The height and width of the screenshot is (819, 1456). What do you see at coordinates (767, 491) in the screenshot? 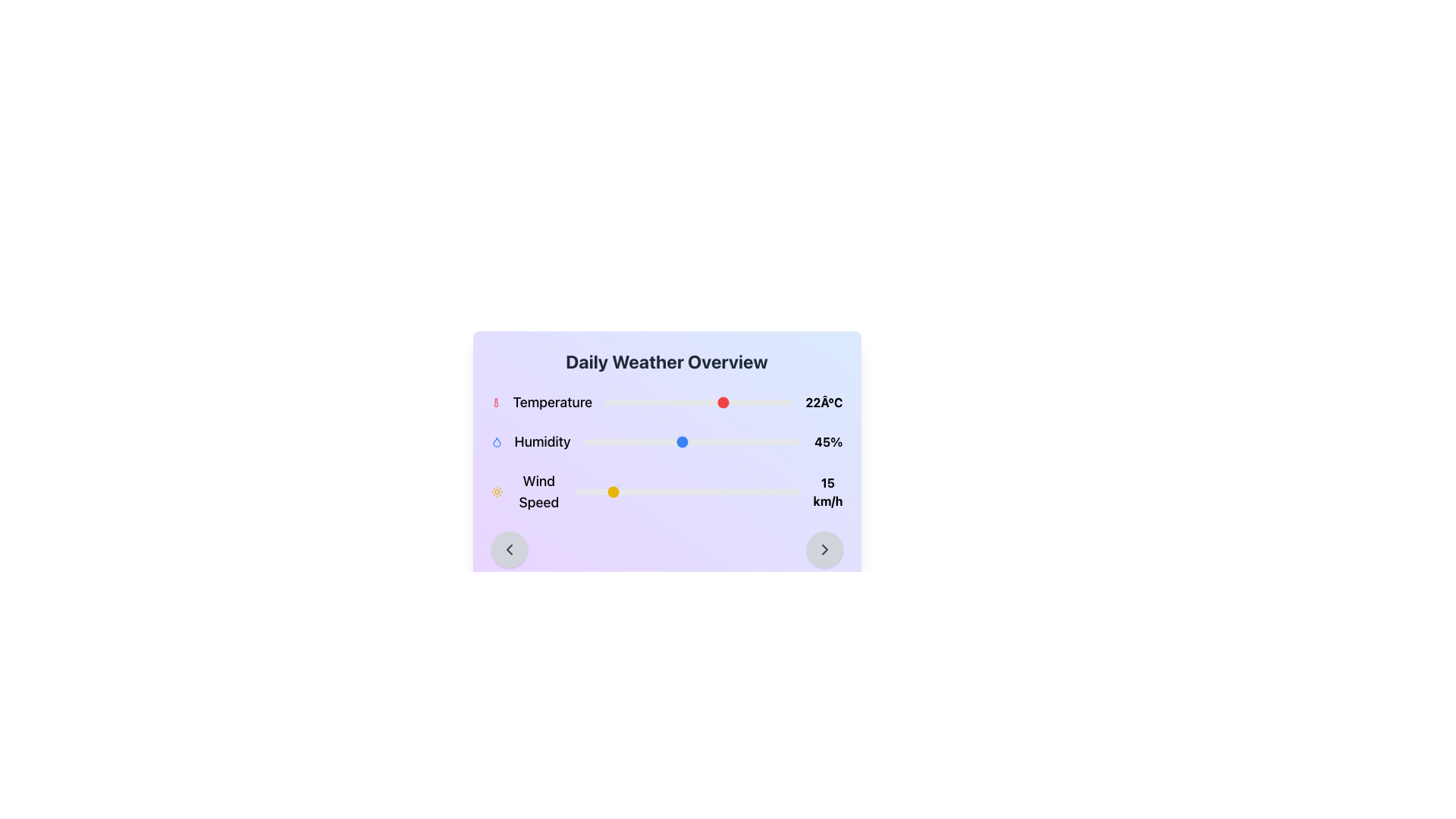
I see `the wind speed` at bounding box center [767, 491].